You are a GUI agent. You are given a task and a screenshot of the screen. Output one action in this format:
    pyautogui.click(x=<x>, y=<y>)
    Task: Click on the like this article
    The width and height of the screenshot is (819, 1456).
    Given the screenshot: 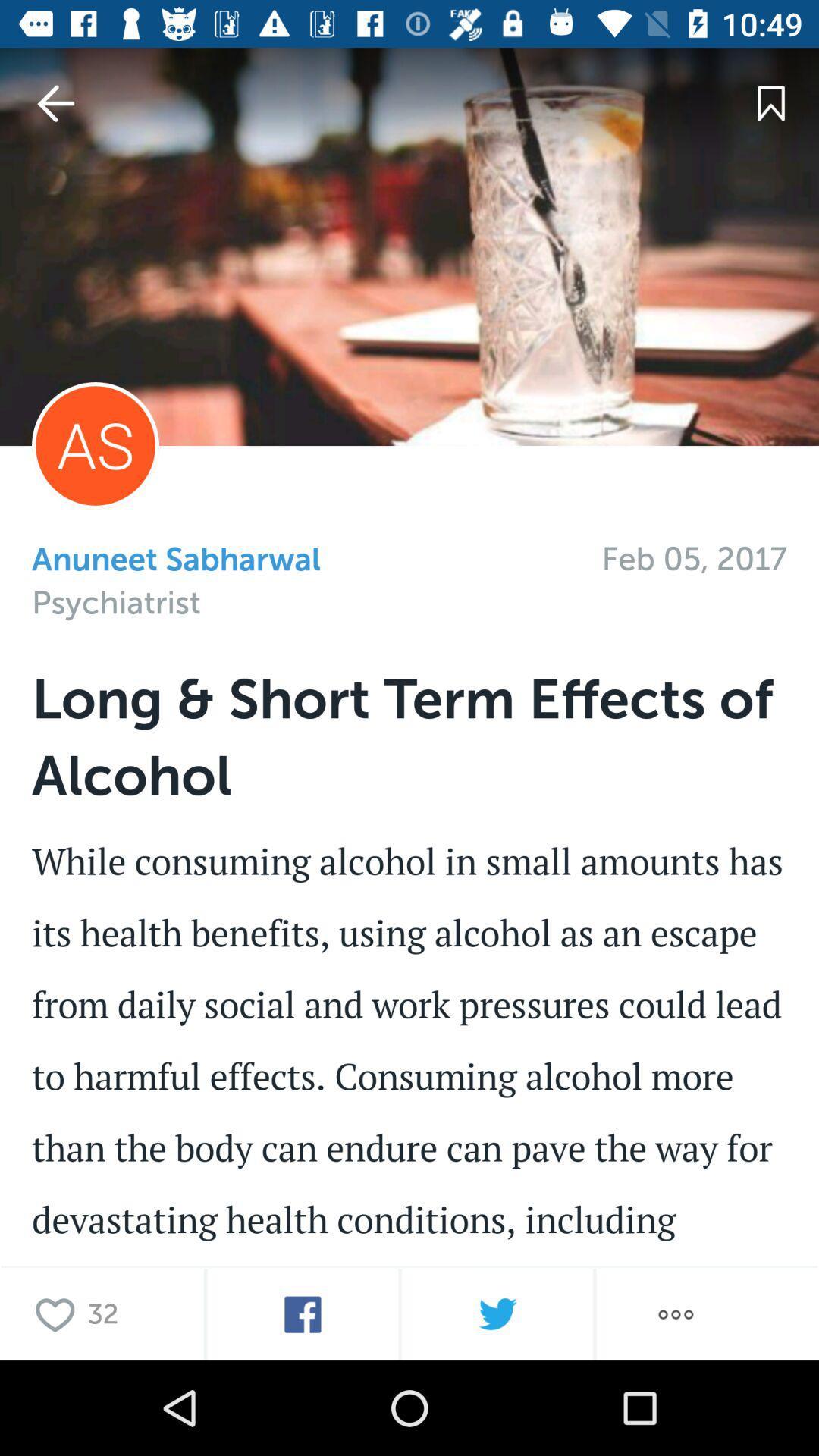 What is the action you would take?
    pyautogui.click(x=58, y=1313)
    